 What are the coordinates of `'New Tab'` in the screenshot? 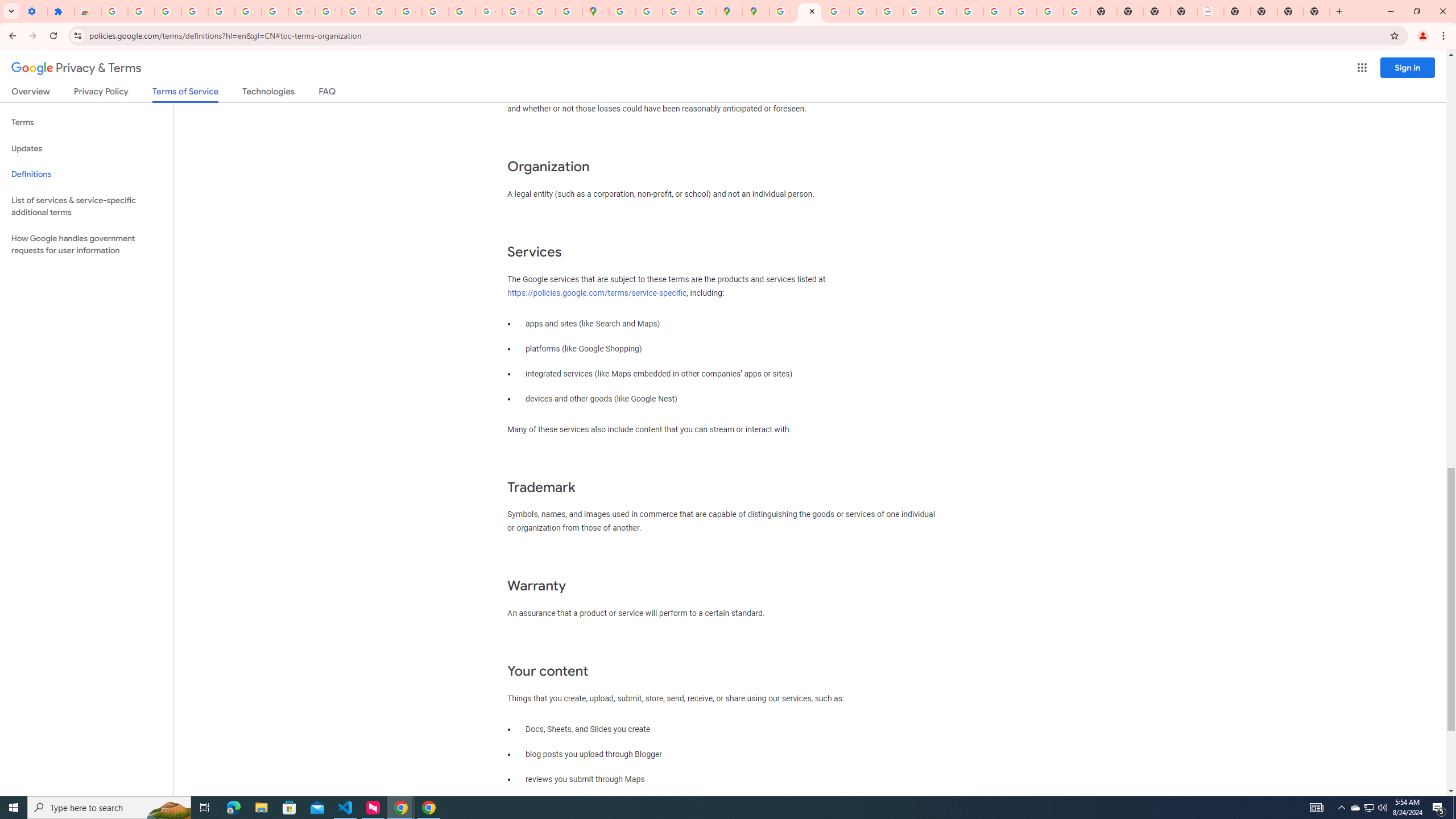 It's located at (1290, 11).